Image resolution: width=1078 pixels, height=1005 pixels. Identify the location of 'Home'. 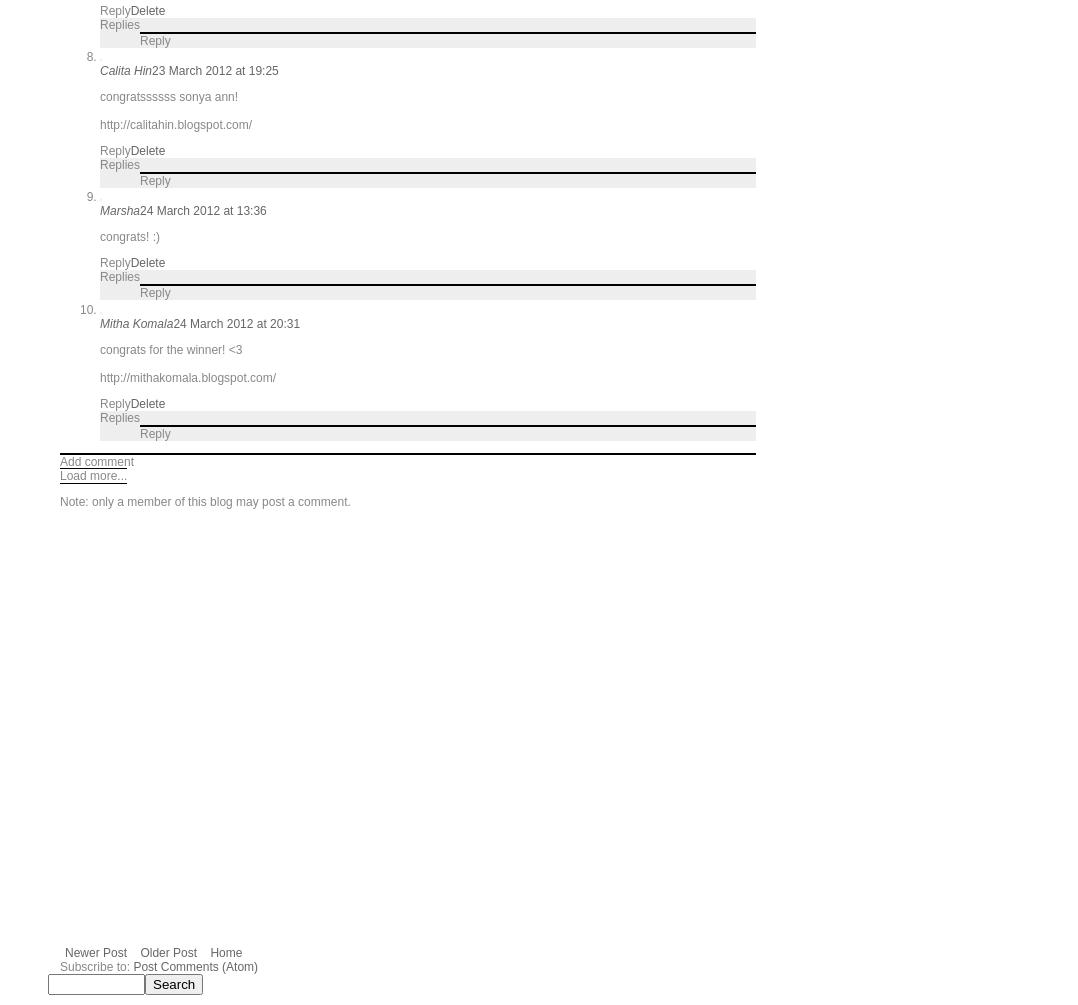
(225, 951).